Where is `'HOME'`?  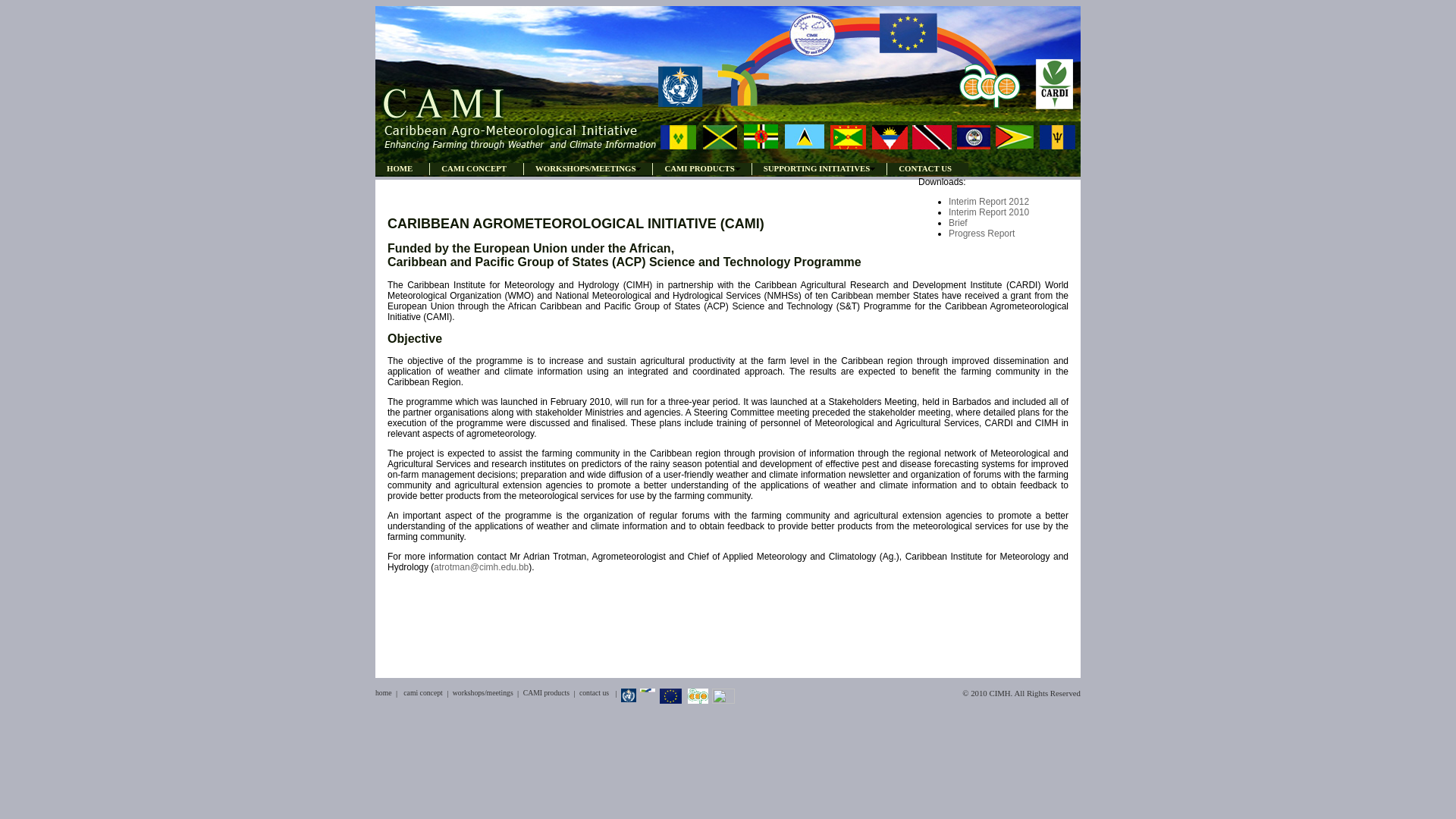 'HOME' is located at coordinates (375, 168).